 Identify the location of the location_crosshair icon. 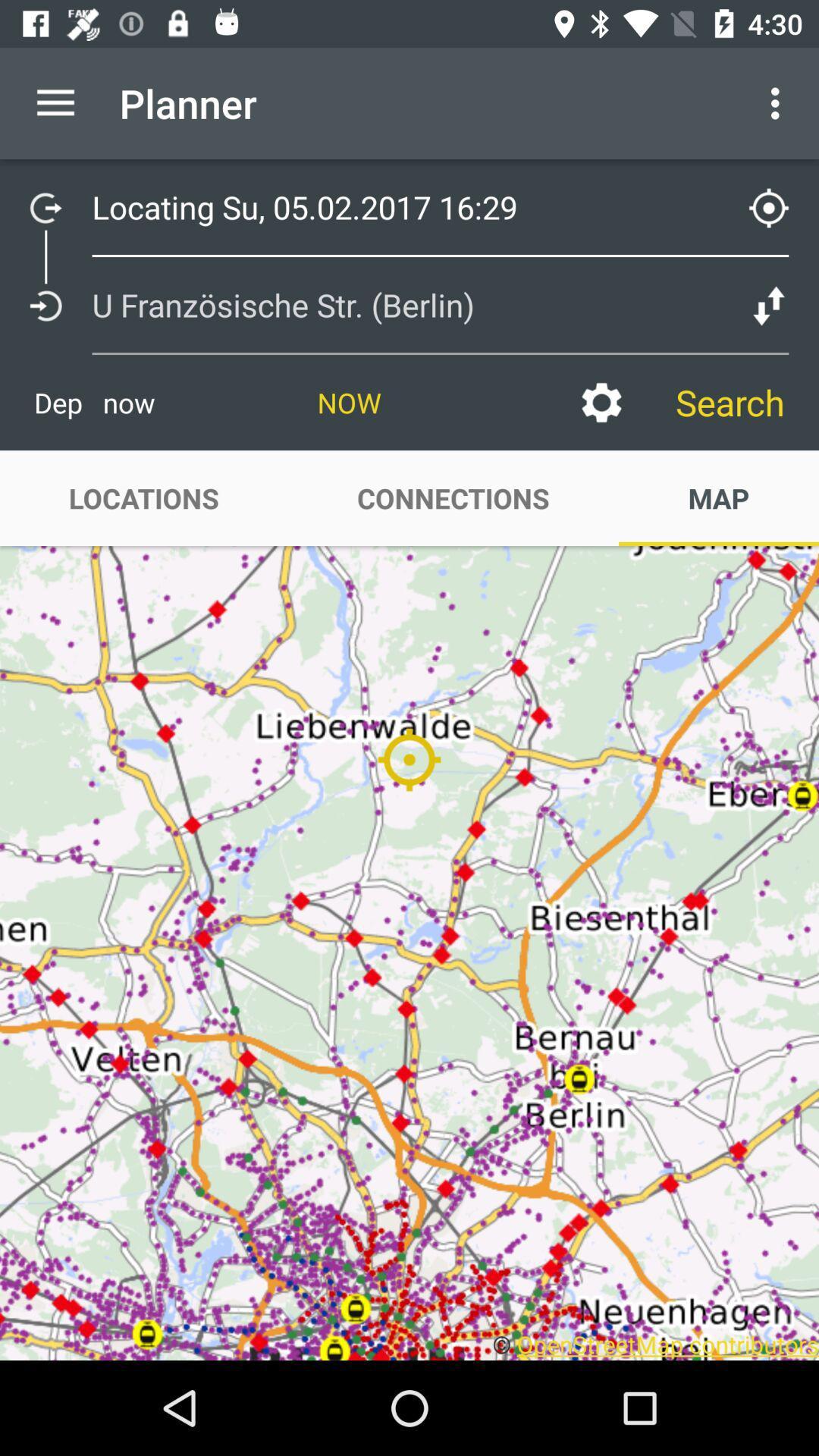
(769, 207).